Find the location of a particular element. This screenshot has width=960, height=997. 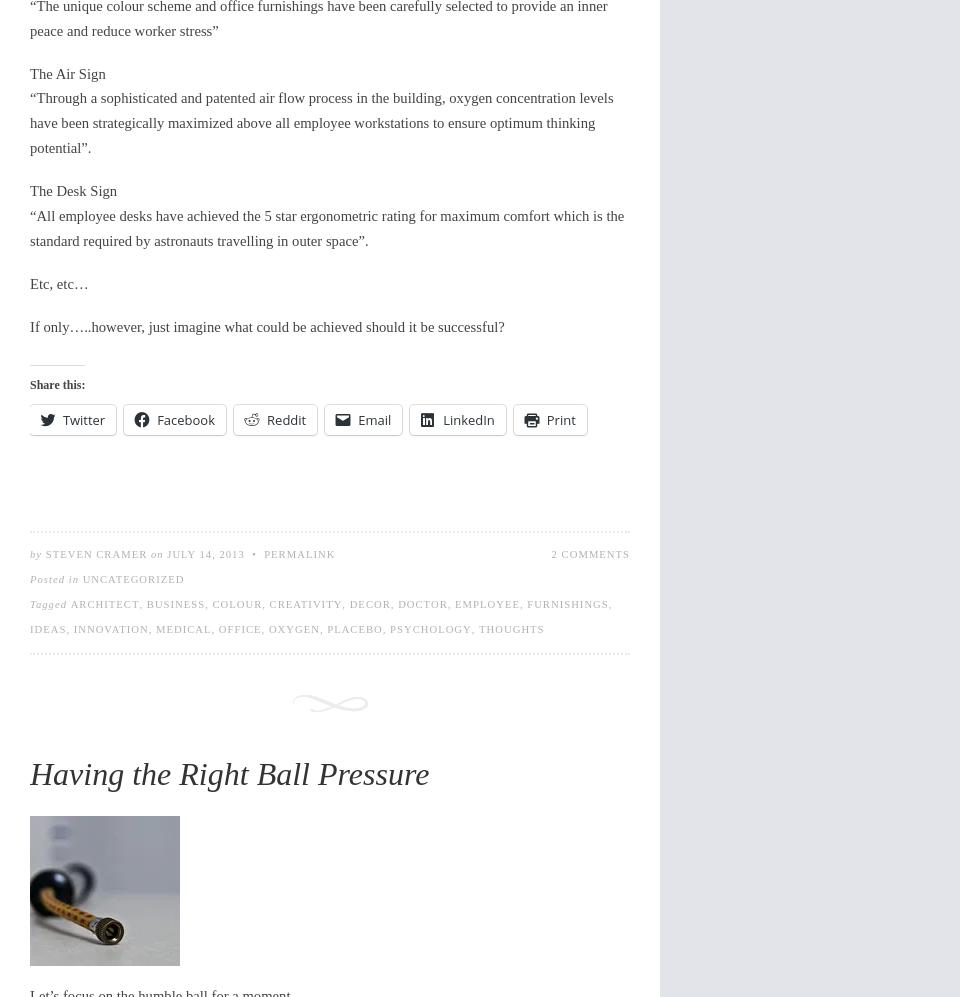

'ideas' is located at coordinates (47, 627).